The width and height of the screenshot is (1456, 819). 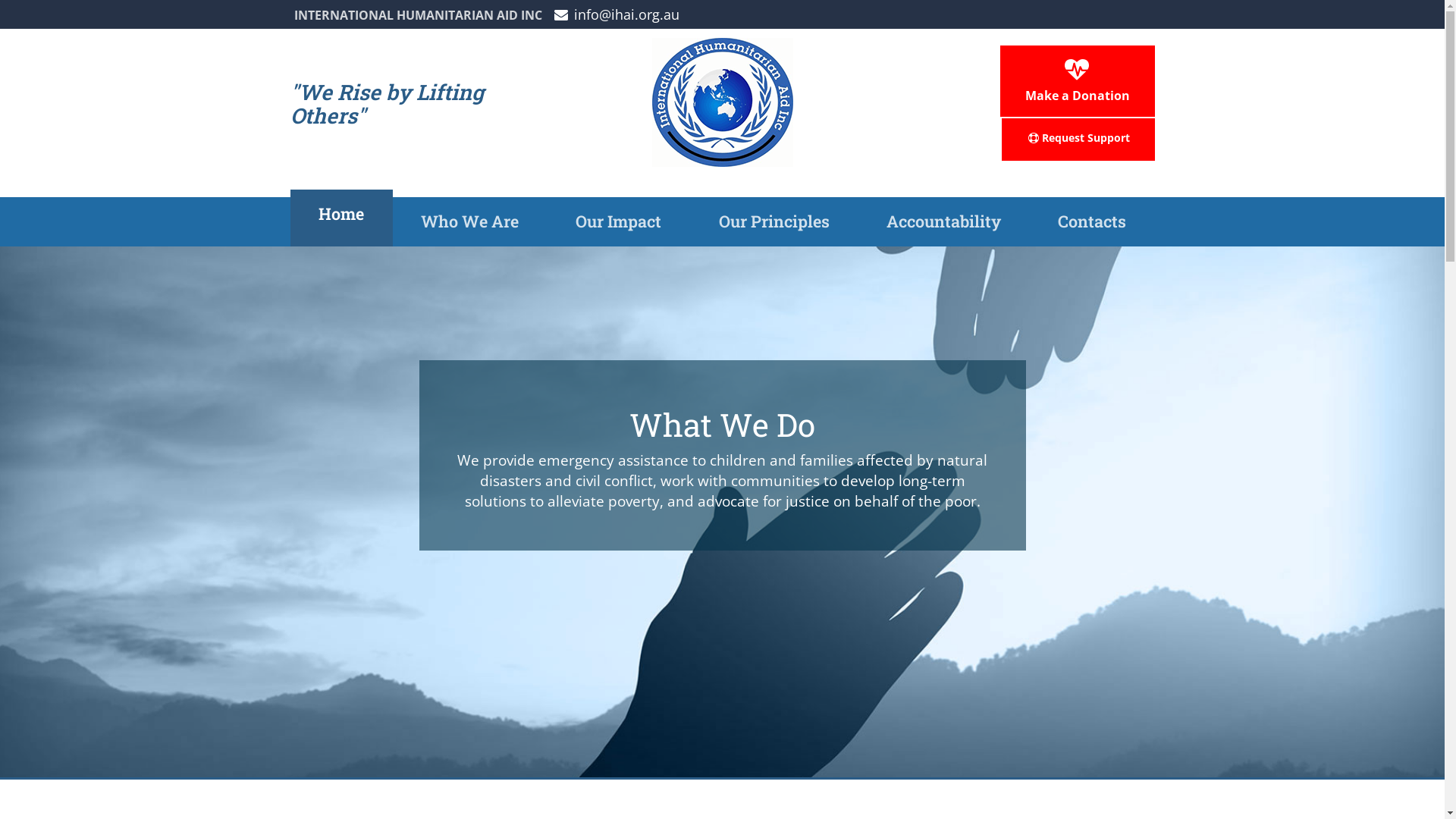 What do you see at coordinates (1076, 140) in the screenshot?
I see `'Request Support'` at bounding box center [1076, 140].